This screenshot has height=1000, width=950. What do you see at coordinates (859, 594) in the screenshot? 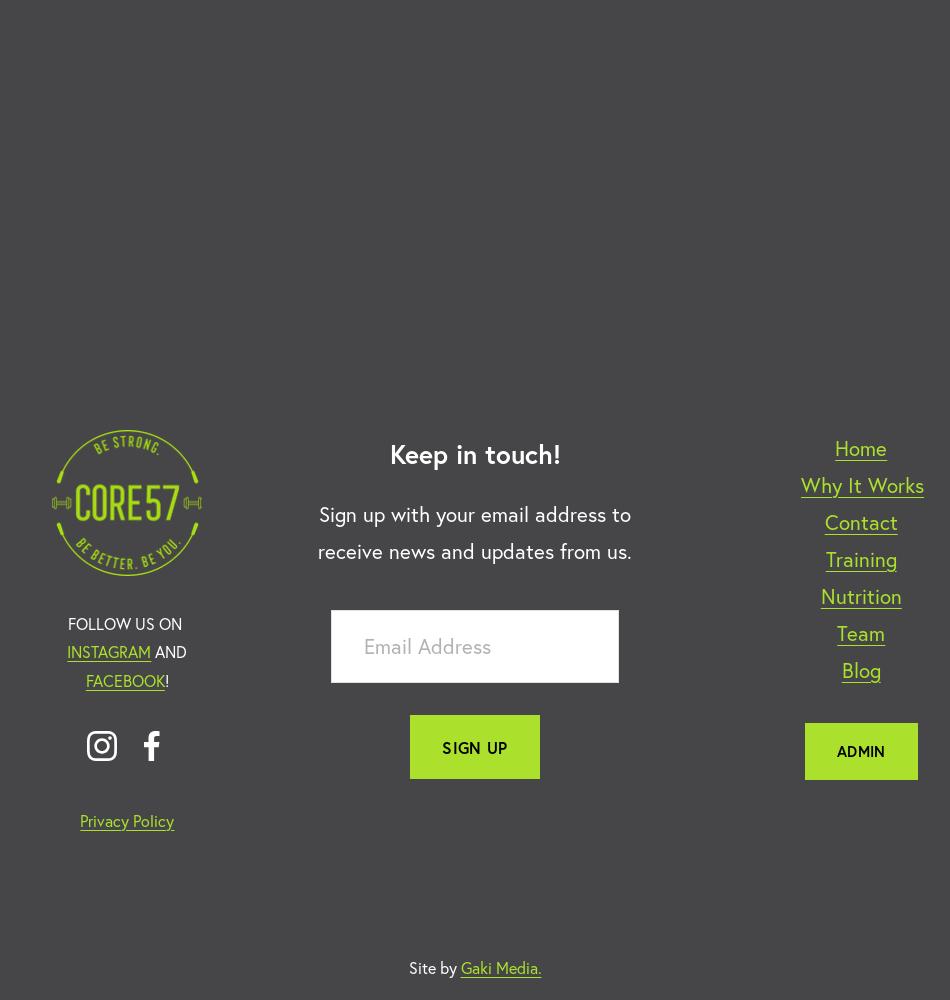
I see `'Nutrition'` at bounding box center [859, 594].